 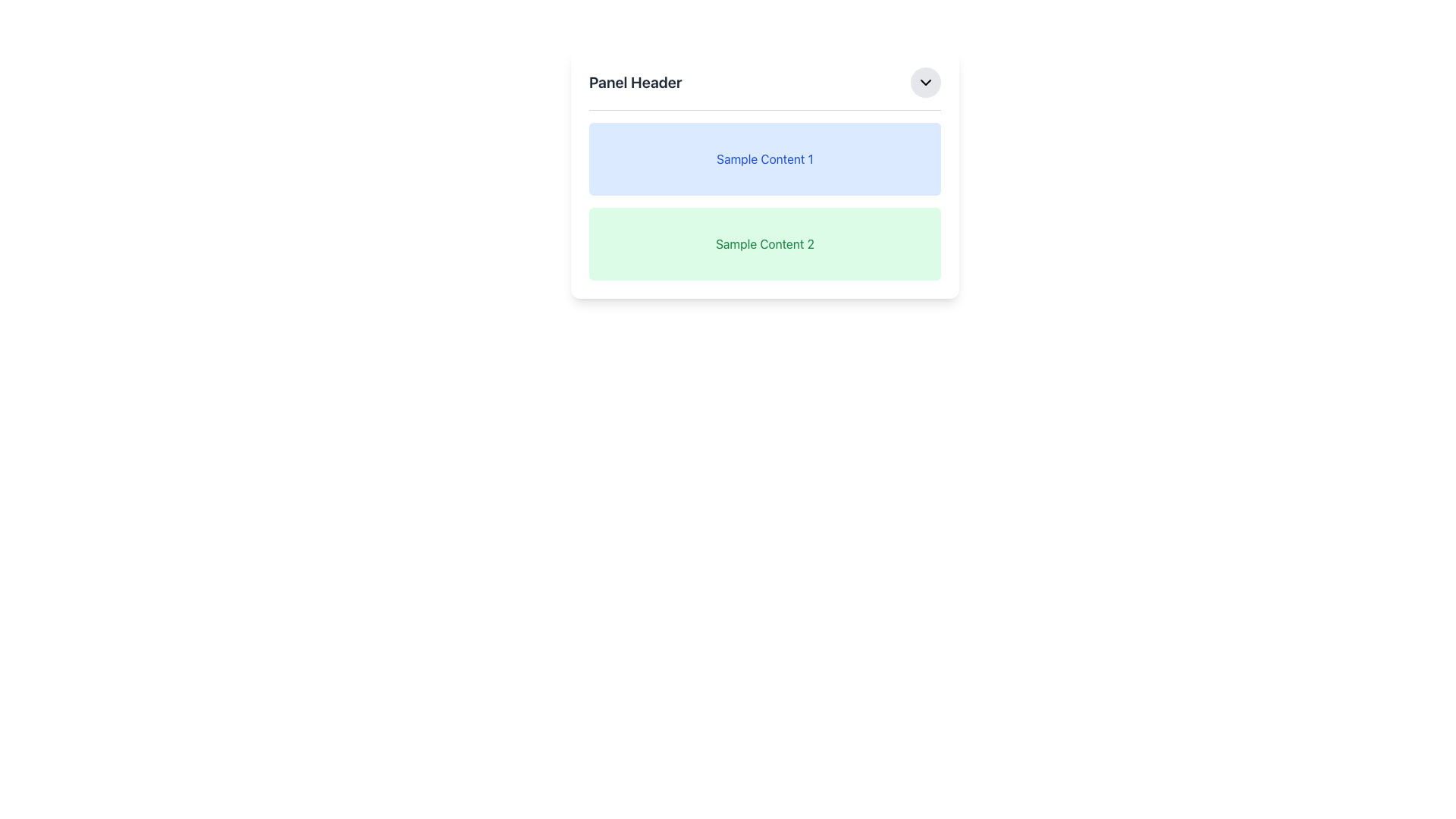 I want to click on the header text element located at the top left of the panel, which is adjacent to a circular button with an icon, so click(x=635, y=82).